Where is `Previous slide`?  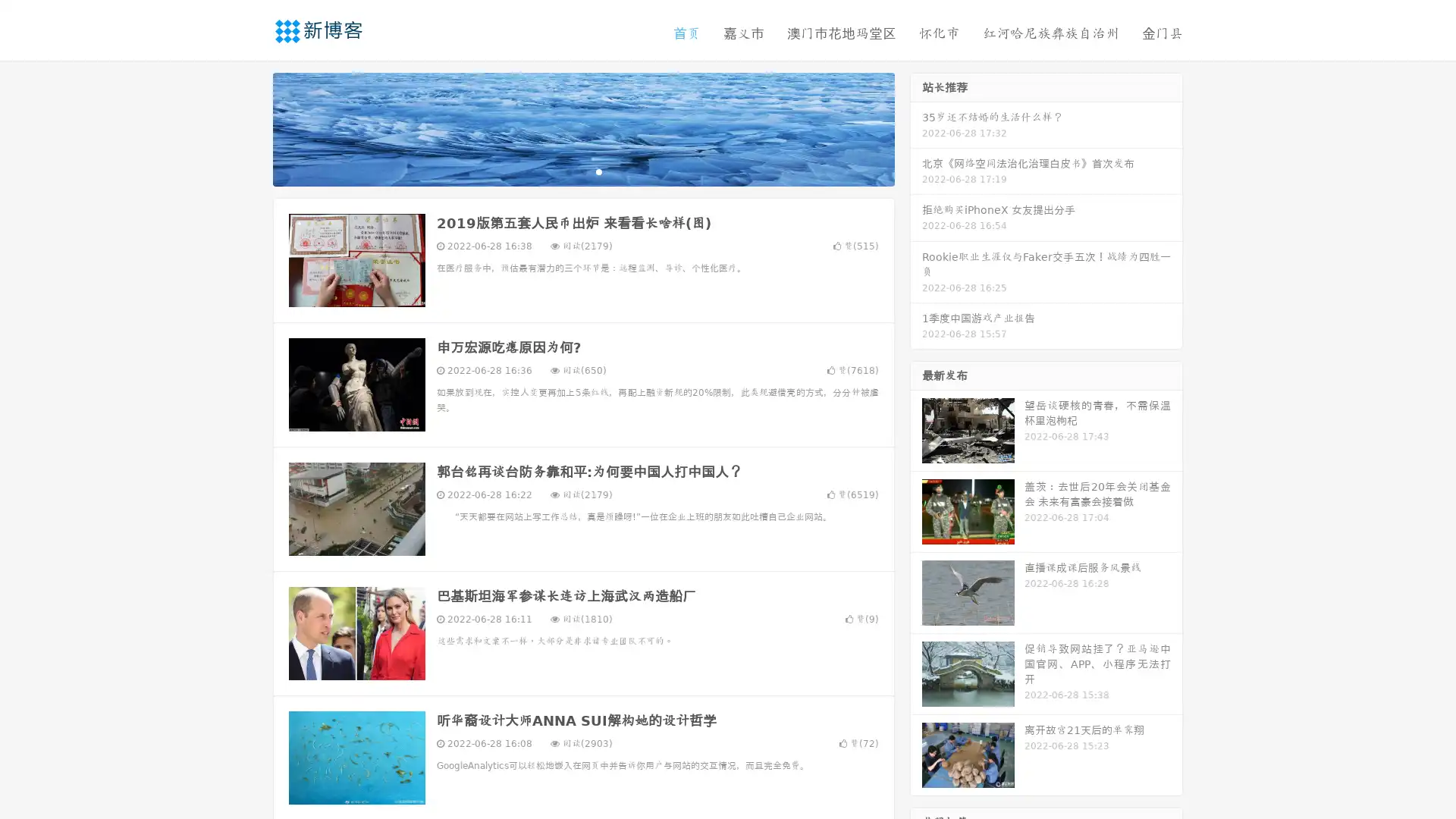 Previous slide is located at coordinates (250, 127).